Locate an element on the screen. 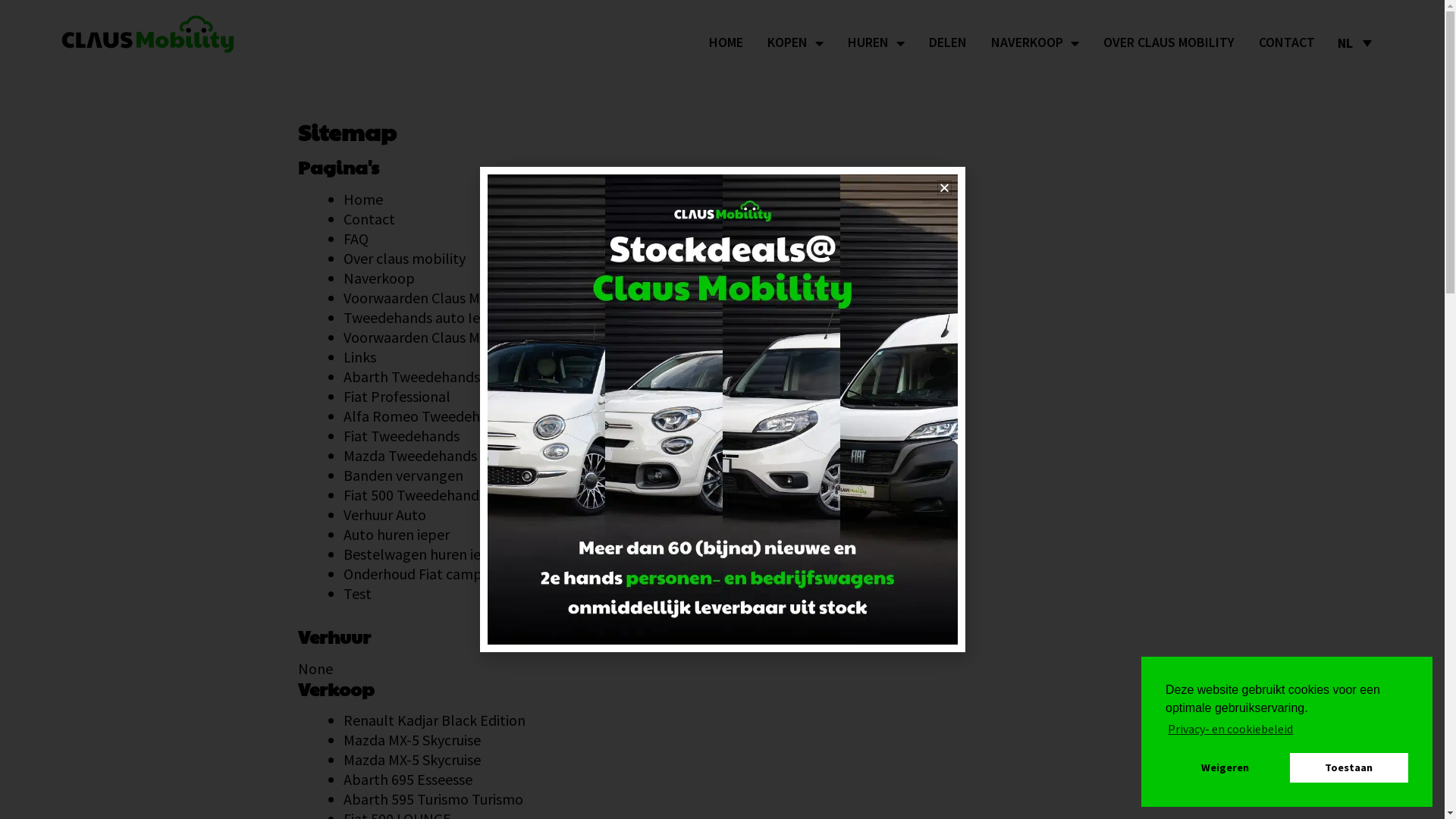  'HOME' is located at coordinates (708, 42).